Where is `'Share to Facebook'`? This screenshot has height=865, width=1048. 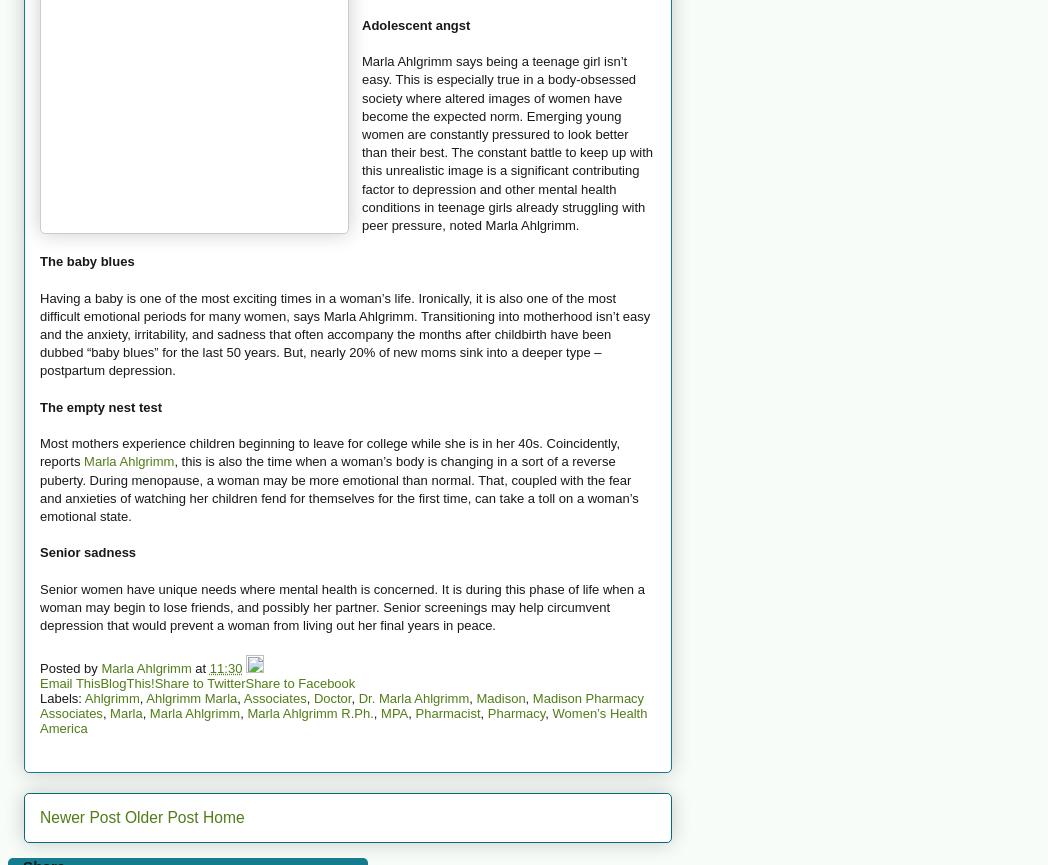 'Share to Facebook' is located at coordinates (299, 682).